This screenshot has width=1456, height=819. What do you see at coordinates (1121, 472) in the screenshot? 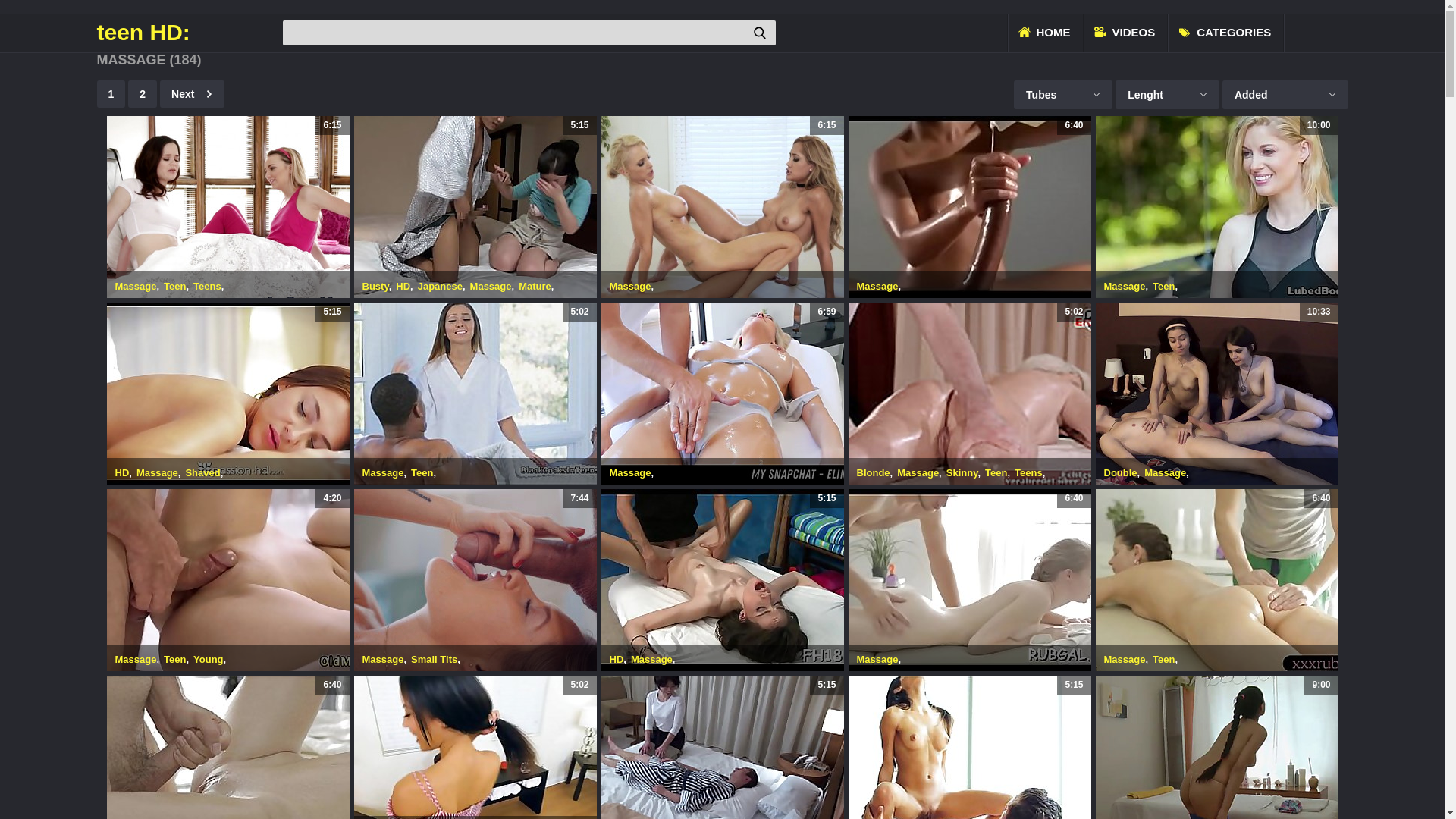
I see `'Double'` at bounding box center [1121, 472].